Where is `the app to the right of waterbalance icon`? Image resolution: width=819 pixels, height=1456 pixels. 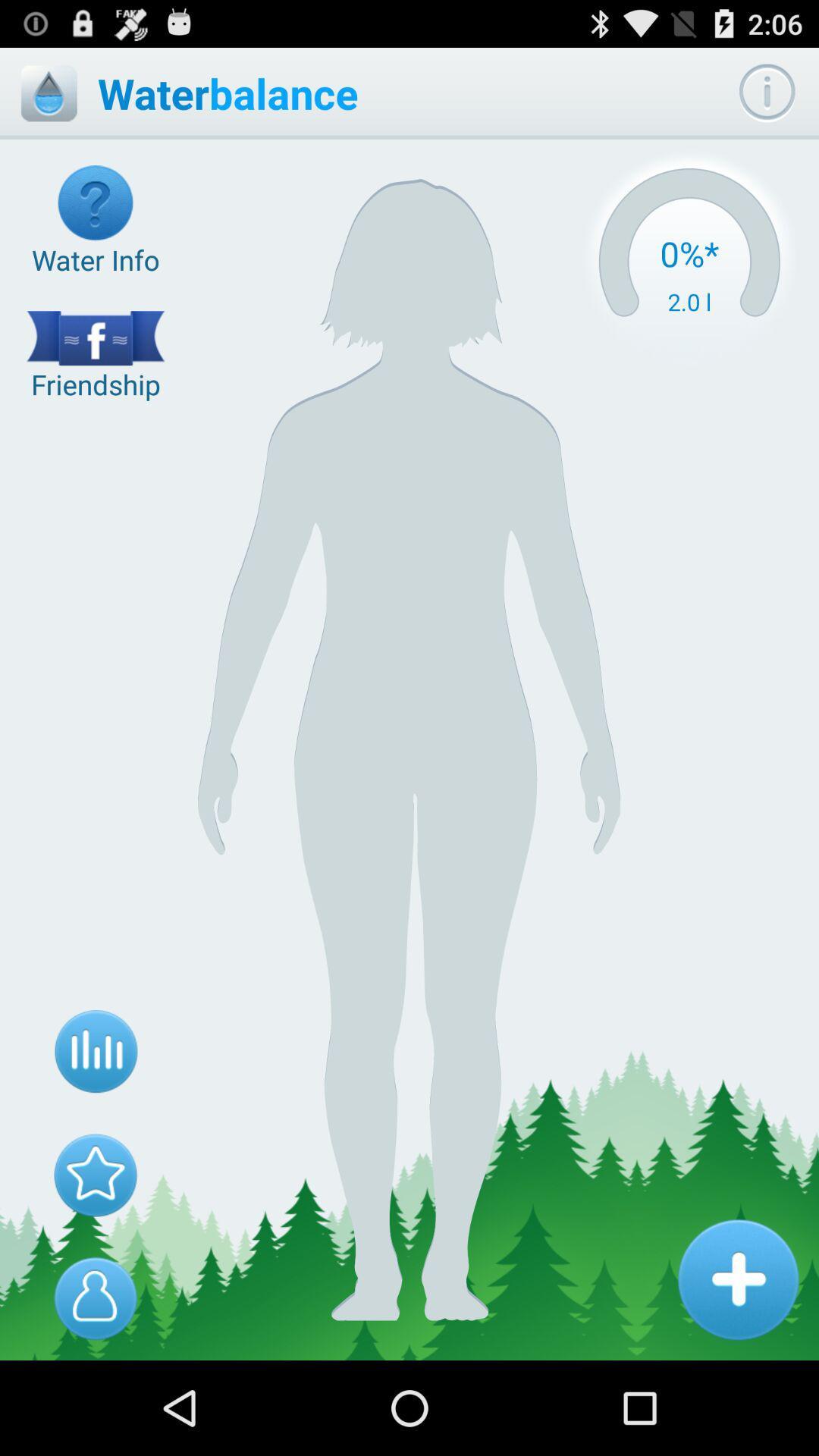
the app to the right of waterbalance icon is located at coordinates (767, 93).